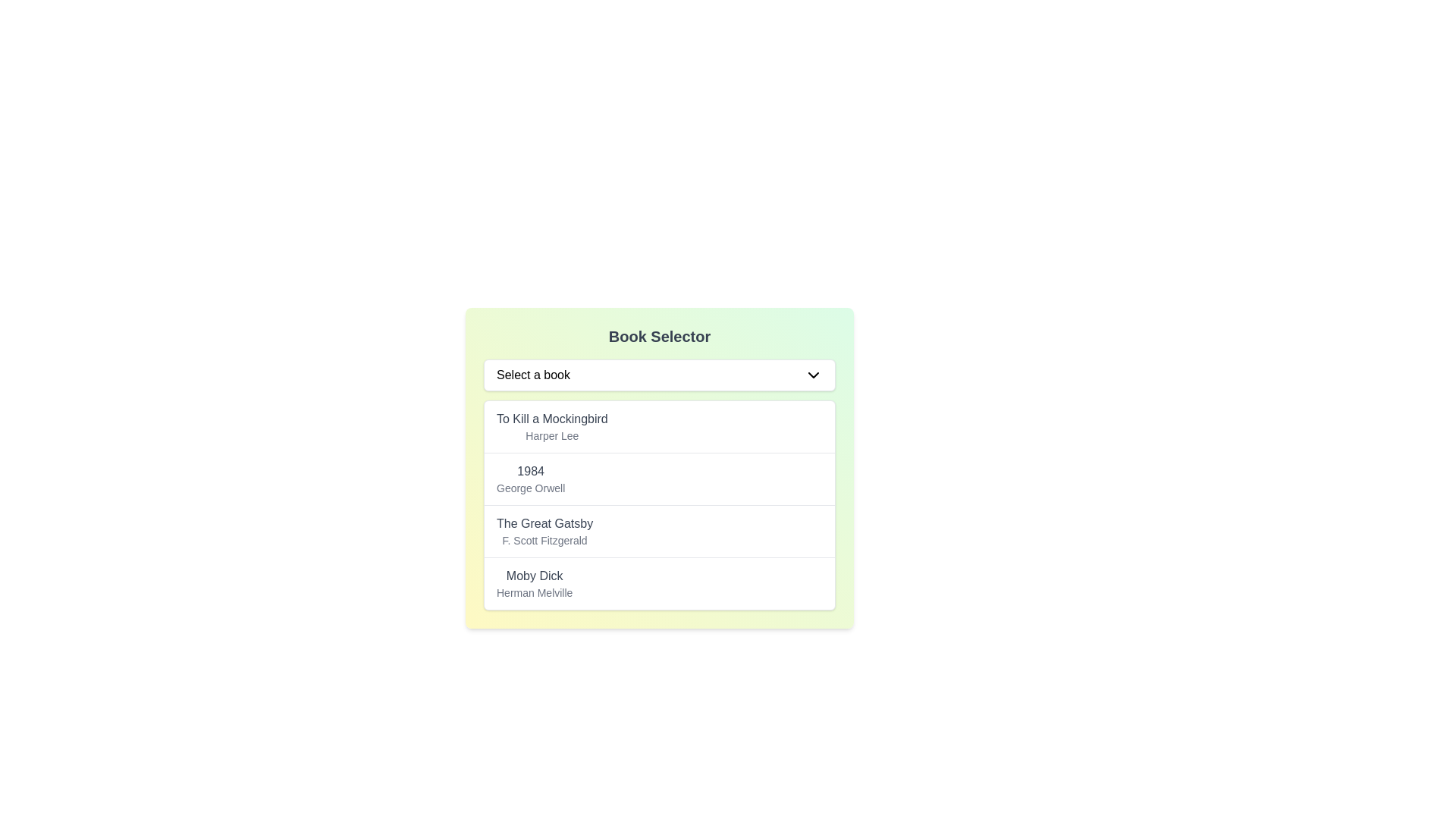 The height and width of the screenshot is (819, 1456). Describe the element at coordinates (544, 531) in the screenshot. I see `the third entry in the 'Book Selector' dropdown list` at that location.